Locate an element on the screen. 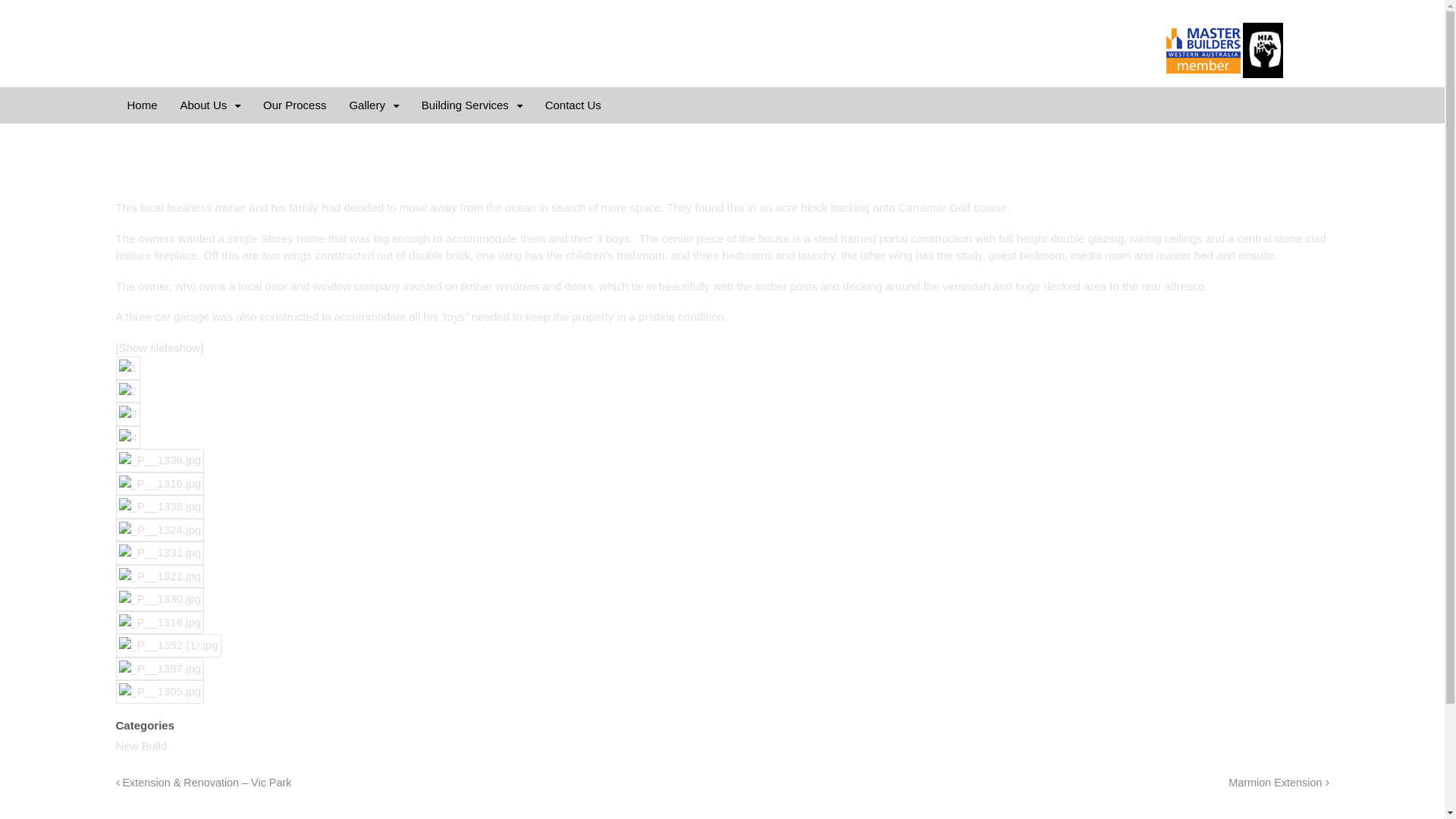 The image size is (1456, 819). '_P__1397.jpg' is located at coordinates (159, 667).